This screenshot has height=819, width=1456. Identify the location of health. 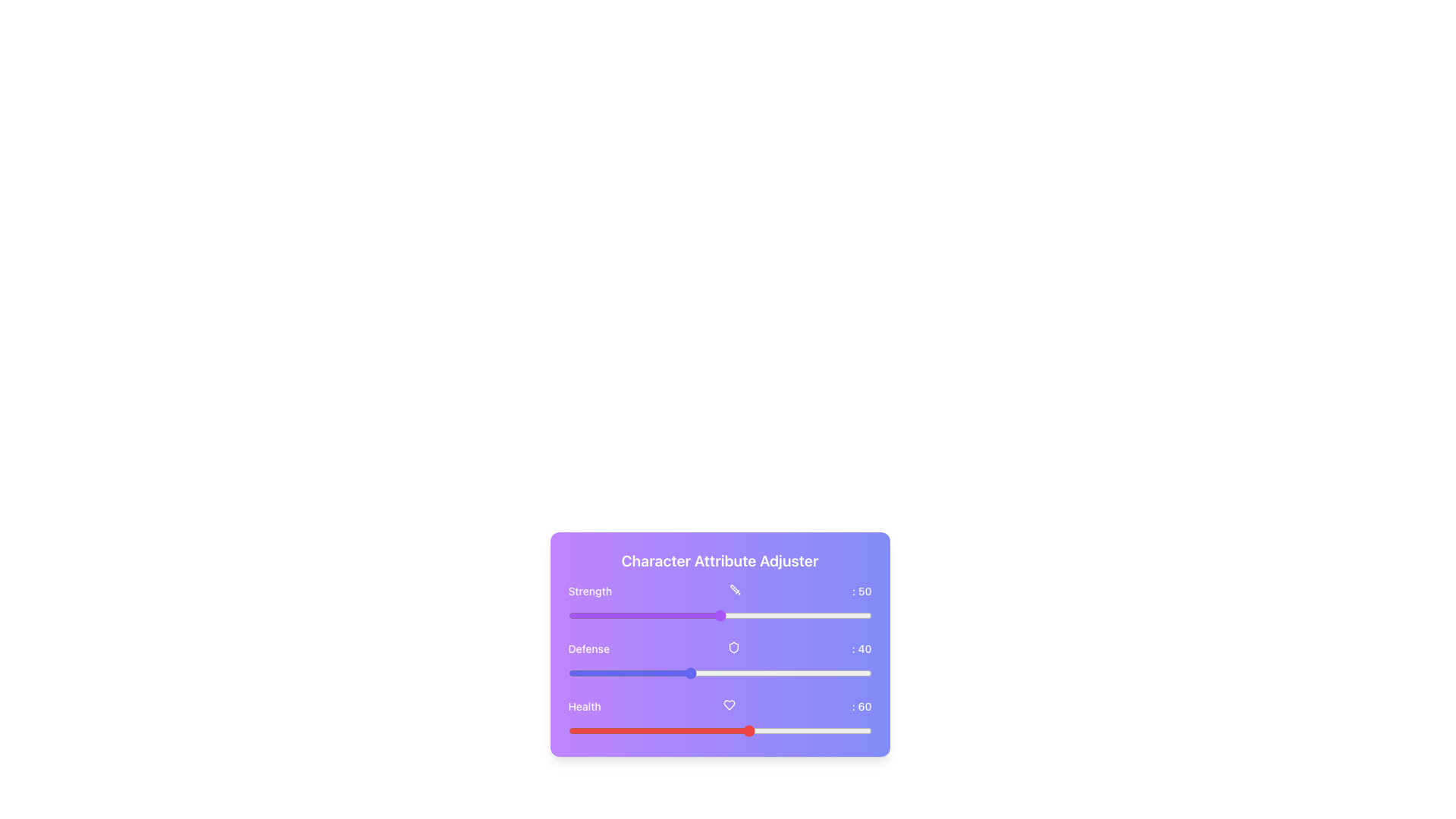
(713, 730).